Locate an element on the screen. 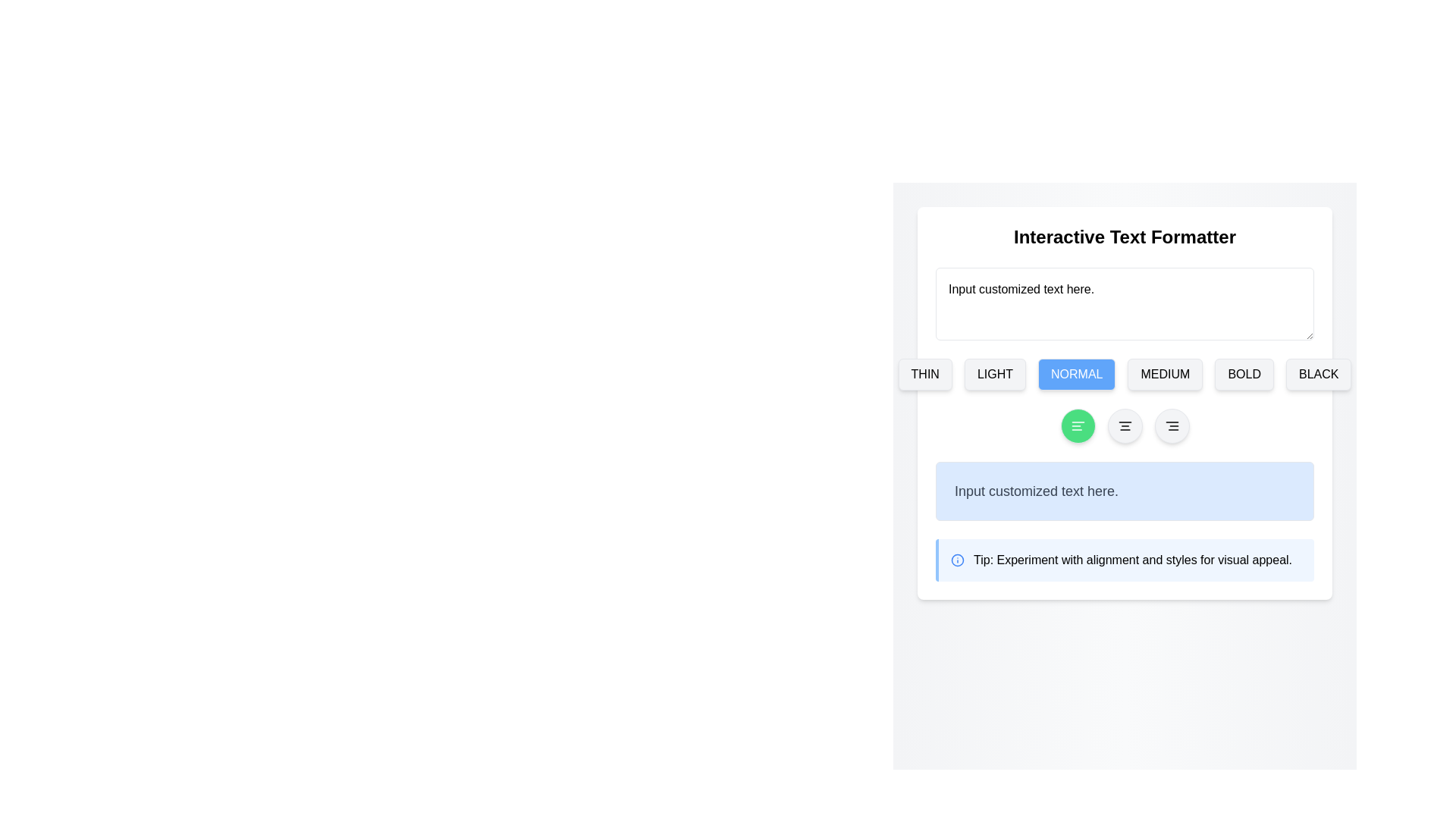 This screenshot has width=1456, height=819. the leftmost circular button with a green background and left alignment icon to apply left text alignment is located at coordinates (1077, 426).